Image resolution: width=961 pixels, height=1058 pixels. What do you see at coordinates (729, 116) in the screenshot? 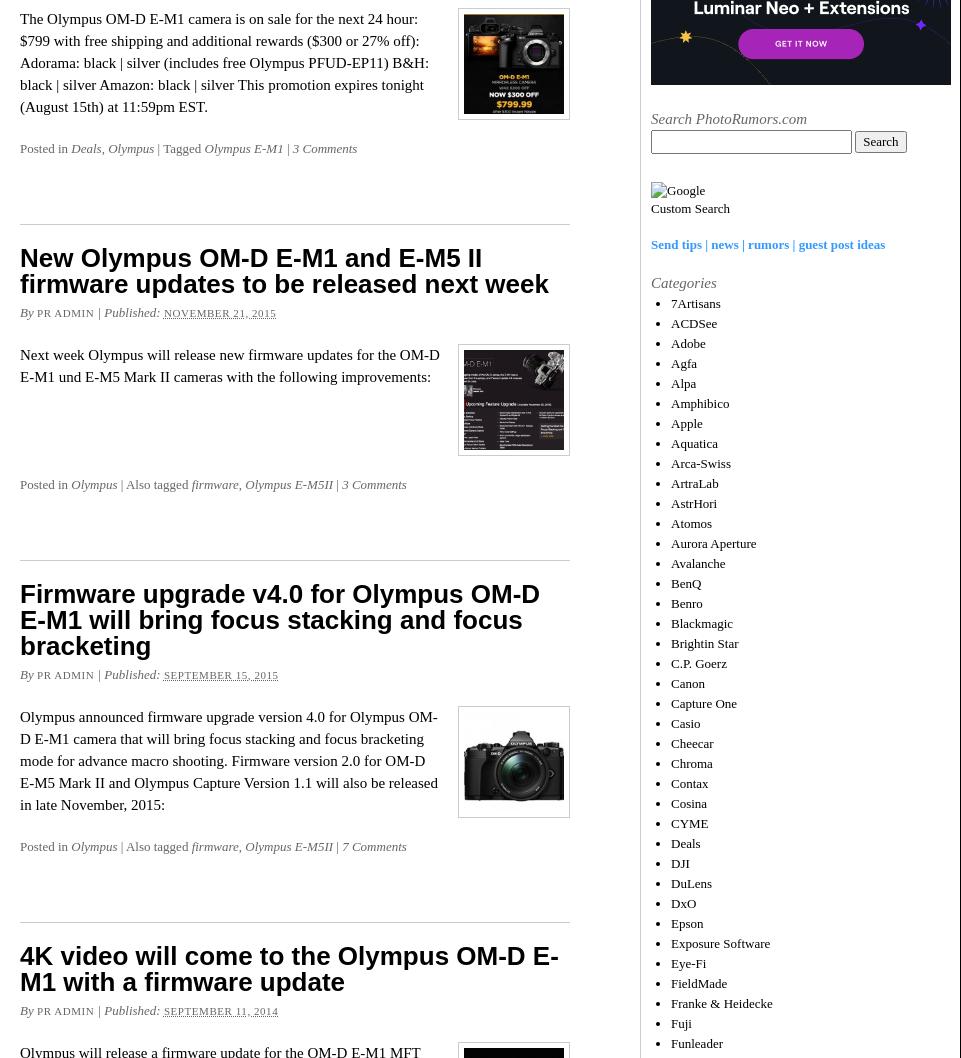
I see `'Search PhotoRumors.com'` at bounding box center [729, 116].